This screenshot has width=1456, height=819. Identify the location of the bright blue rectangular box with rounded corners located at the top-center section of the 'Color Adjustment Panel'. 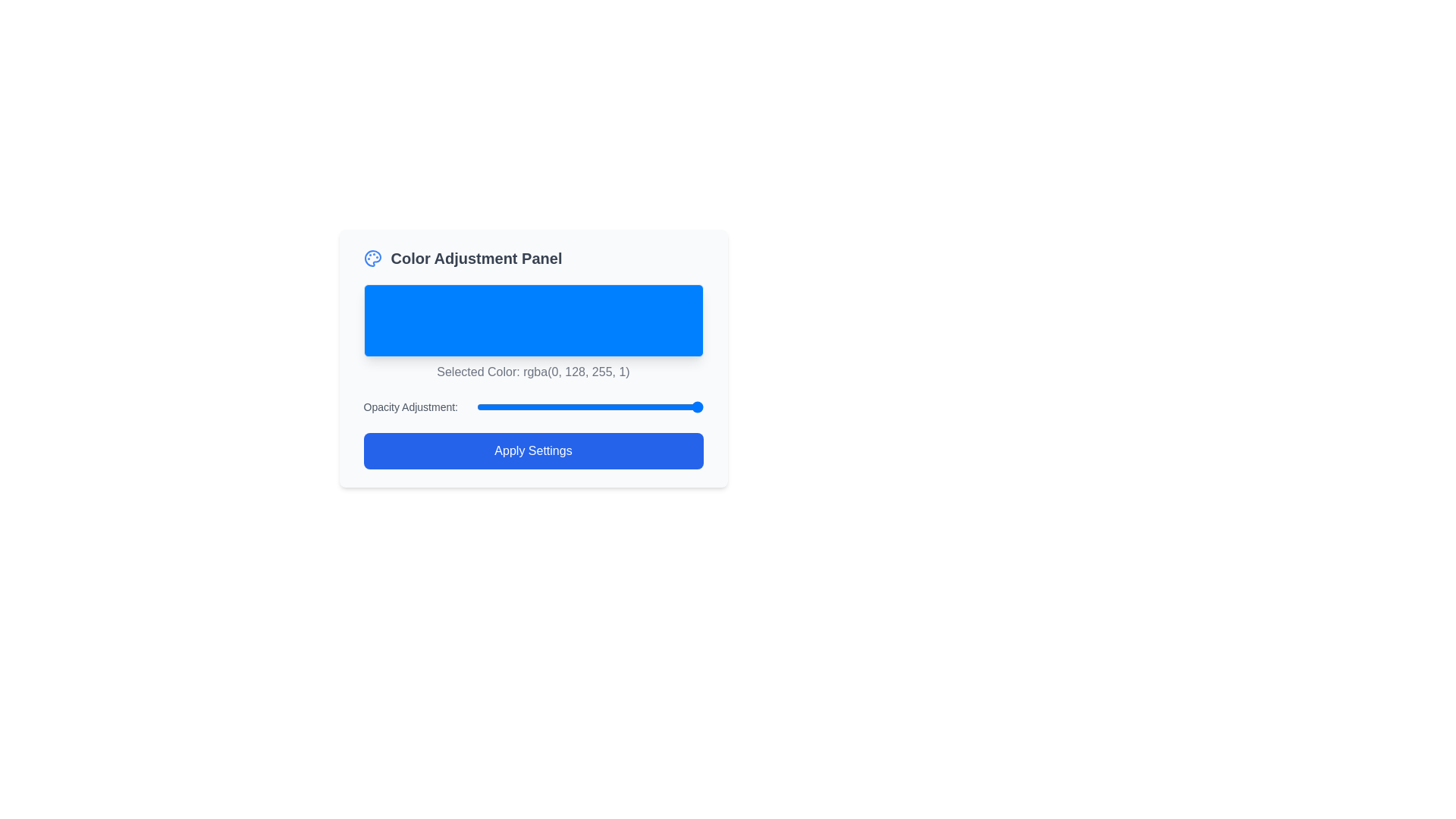
(533, 320).